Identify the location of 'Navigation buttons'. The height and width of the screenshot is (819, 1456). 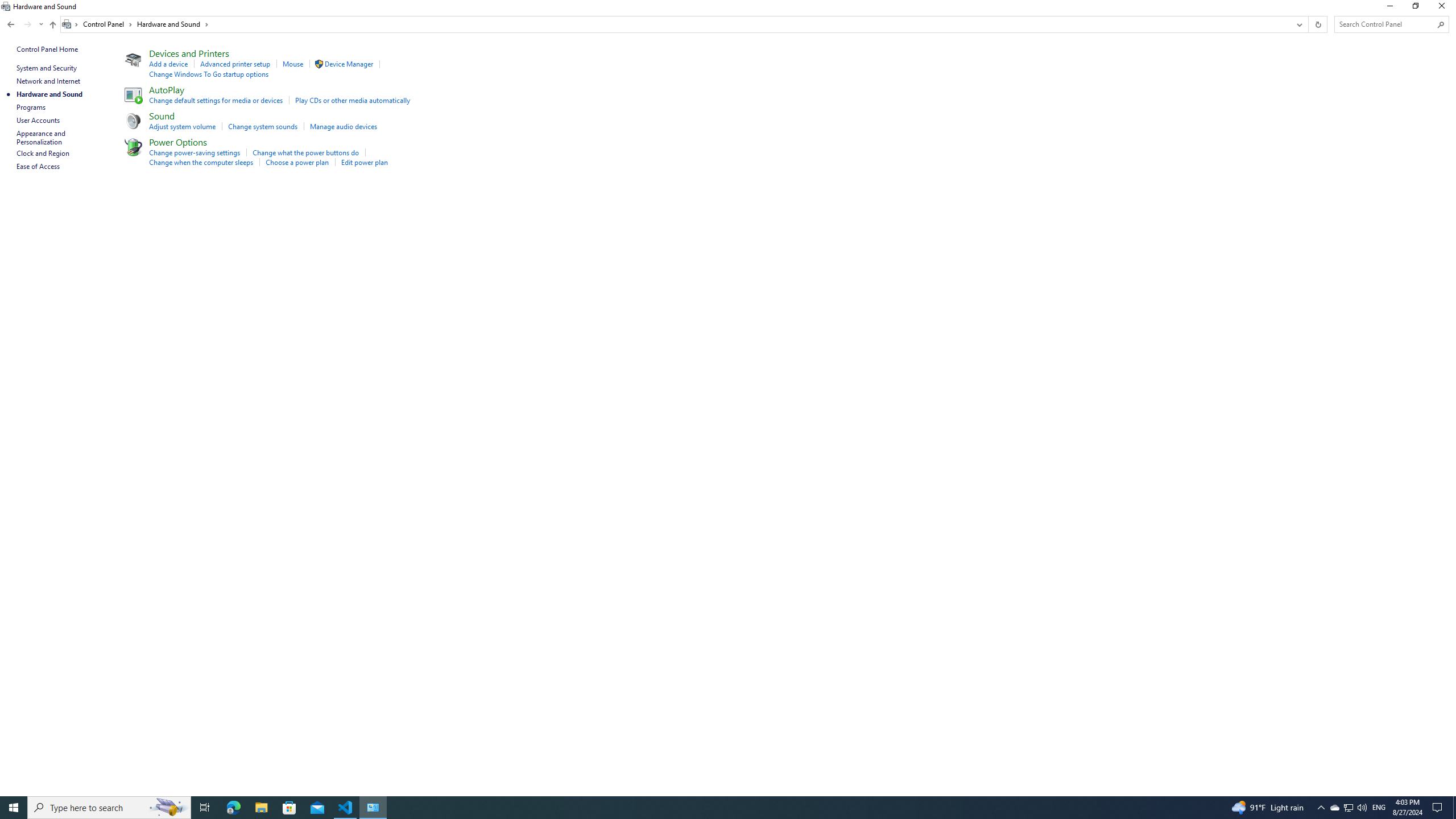
(24, 24).